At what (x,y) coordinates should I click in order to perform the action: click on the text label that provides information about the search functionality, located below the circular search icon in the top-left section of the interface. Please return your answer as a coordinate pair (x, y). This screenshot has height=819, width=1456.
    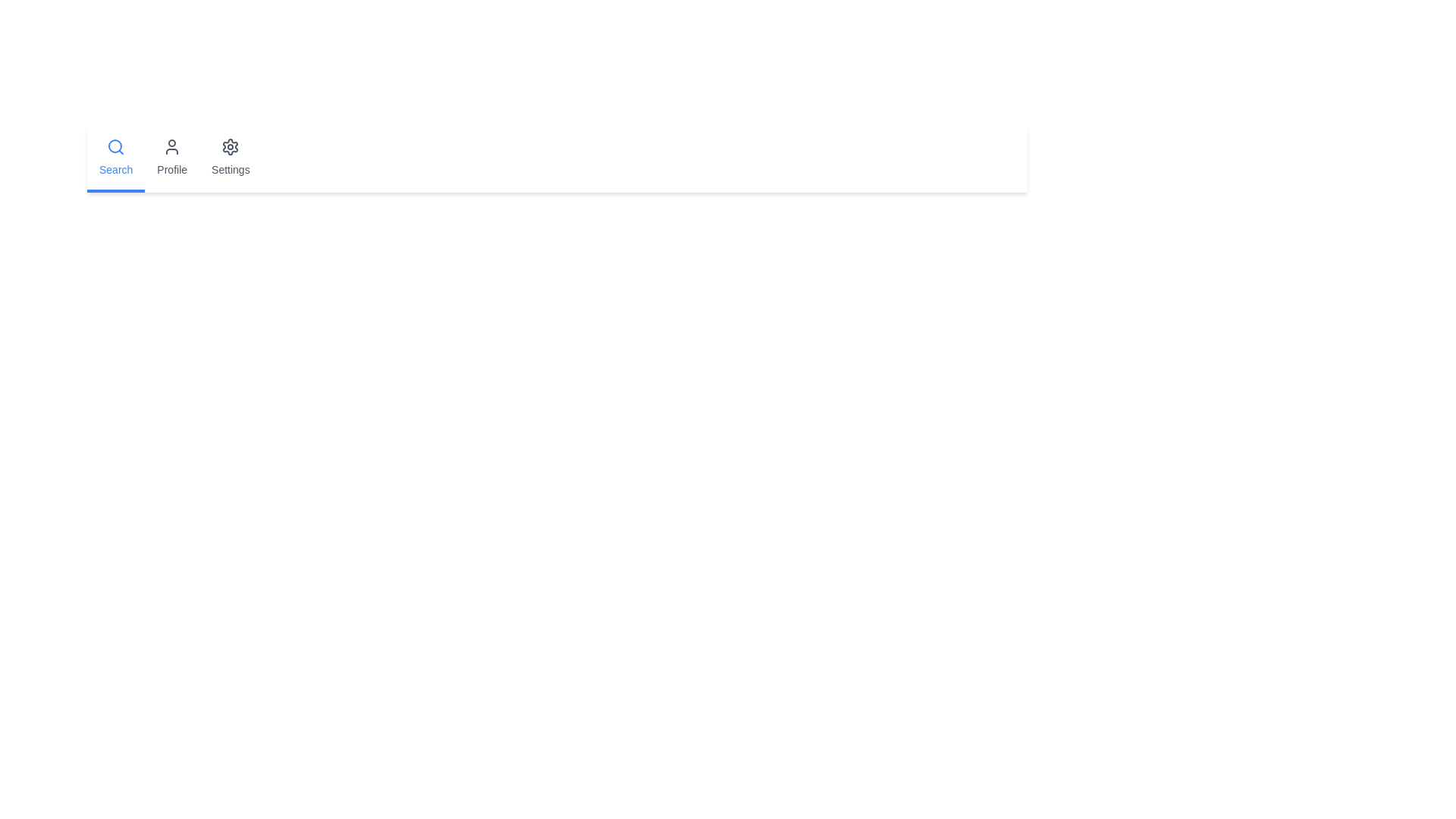
    Looking at the image, I should click on (115, 169).